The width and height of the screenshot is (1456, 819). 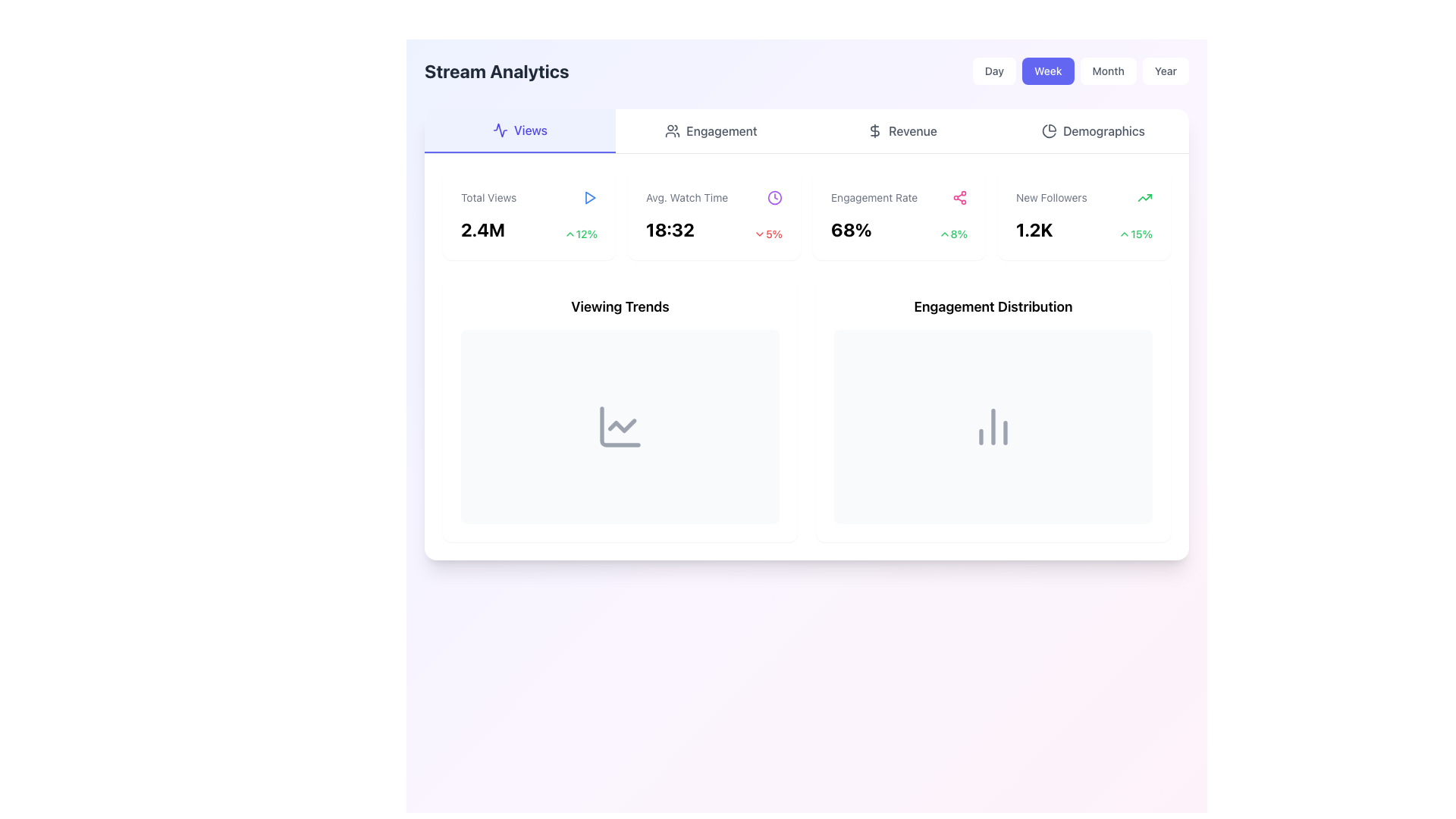 What do you see at coordinates (1047, 71) in the screenshot?
I see `the rectangular button with rounded corners and indigo background labeled 'Week'` at bounding box center [1047, 71].